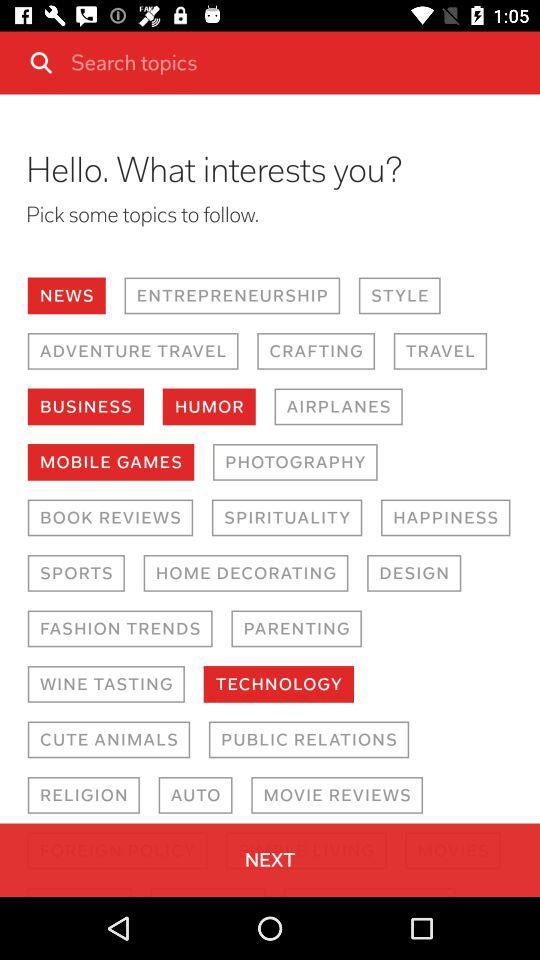  Describe the element at coordinates (75, 573) in the screenshot. I see `the item above the fashion trends icon` at that location.